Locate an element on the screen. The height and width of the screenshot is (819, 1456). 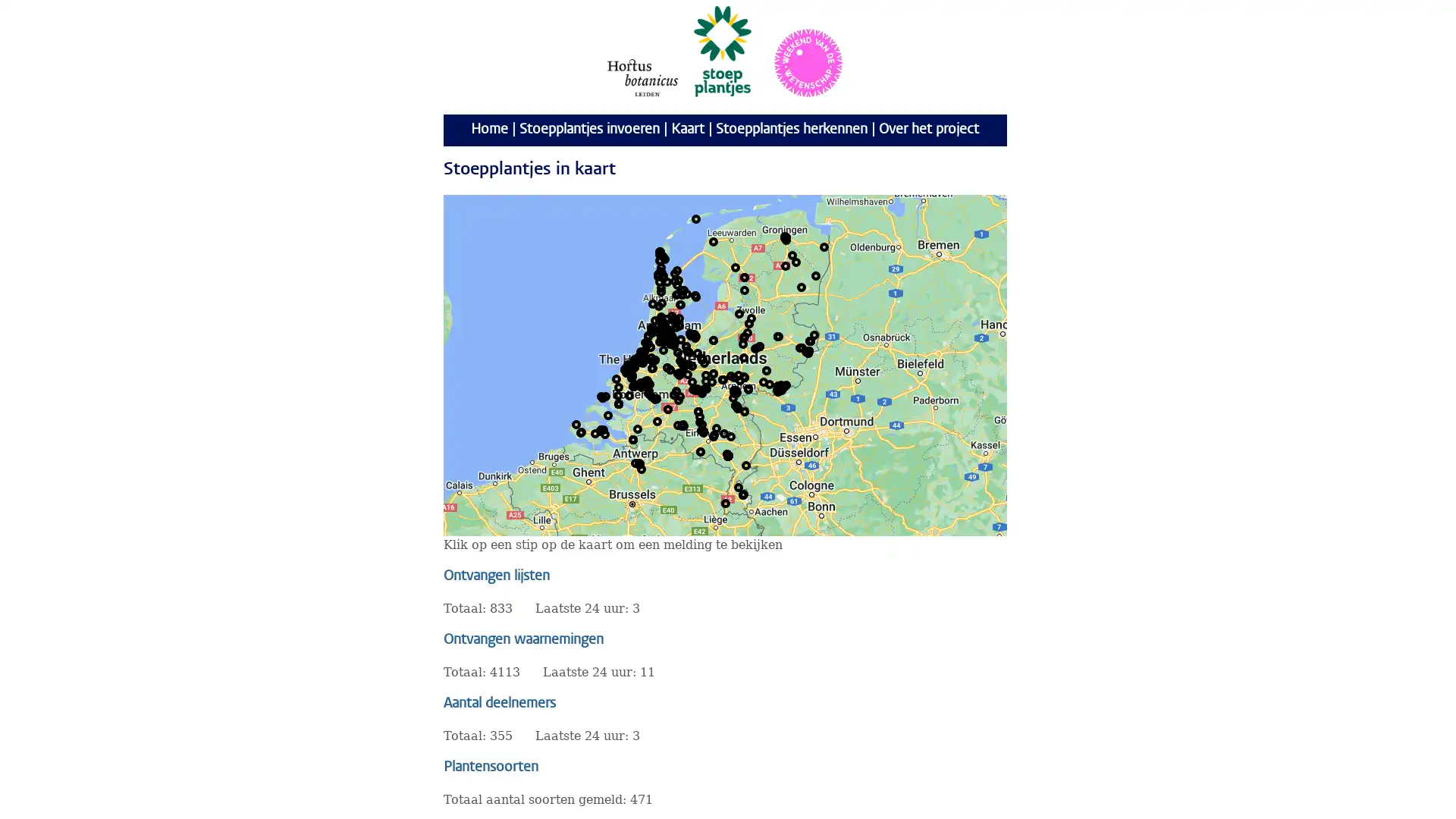
Telling van Paul op 25 maart 2022 is located at coordinates (679, 324).